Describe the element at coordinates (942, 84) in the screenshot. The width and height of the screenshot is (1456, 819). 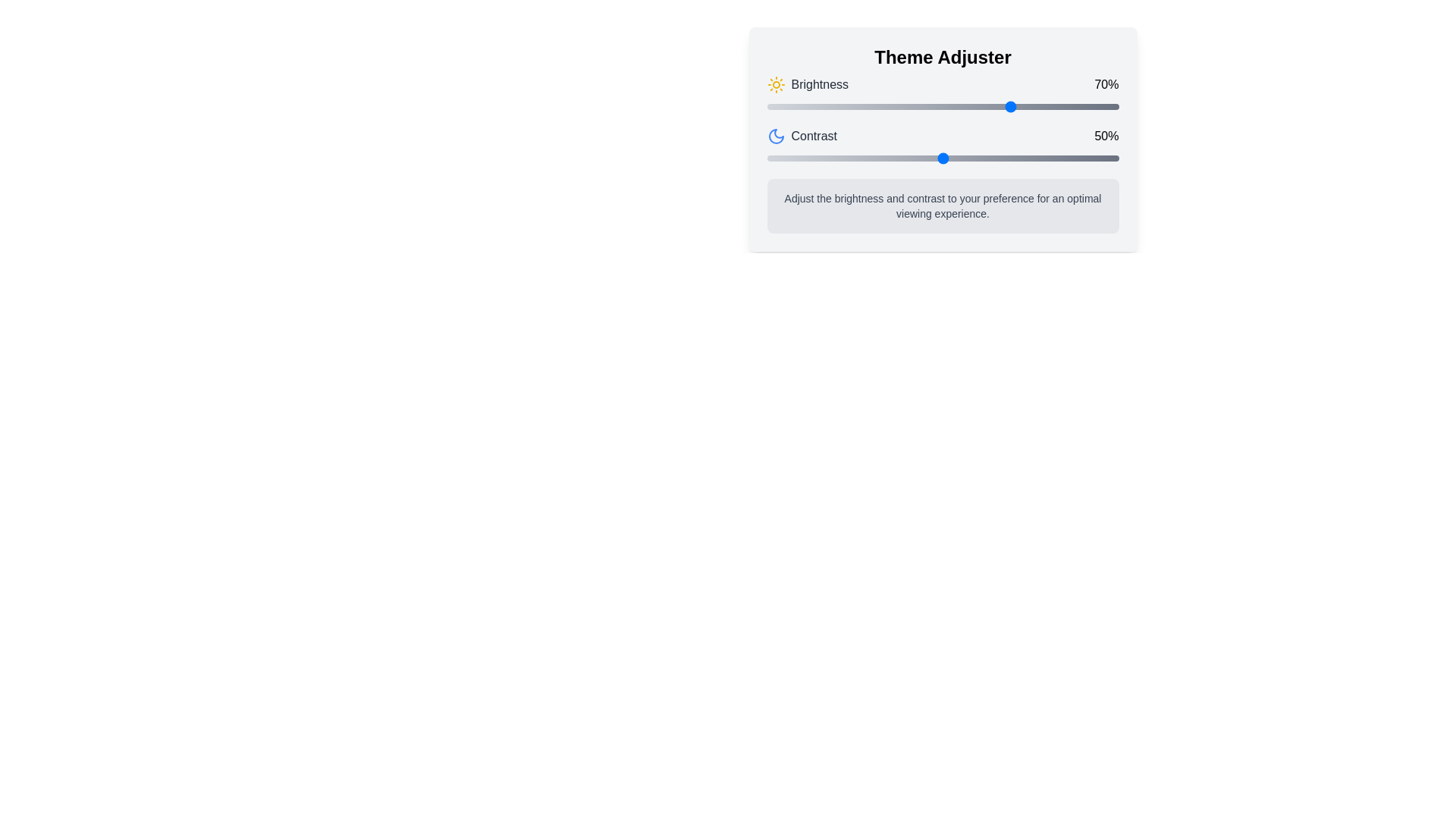
I see `the Static information display showing the brightness level percentage '70%' located at the top of the 'Theme Adjuster' panel, which is the first row of controls above the 'Contrast' controls` at that location.